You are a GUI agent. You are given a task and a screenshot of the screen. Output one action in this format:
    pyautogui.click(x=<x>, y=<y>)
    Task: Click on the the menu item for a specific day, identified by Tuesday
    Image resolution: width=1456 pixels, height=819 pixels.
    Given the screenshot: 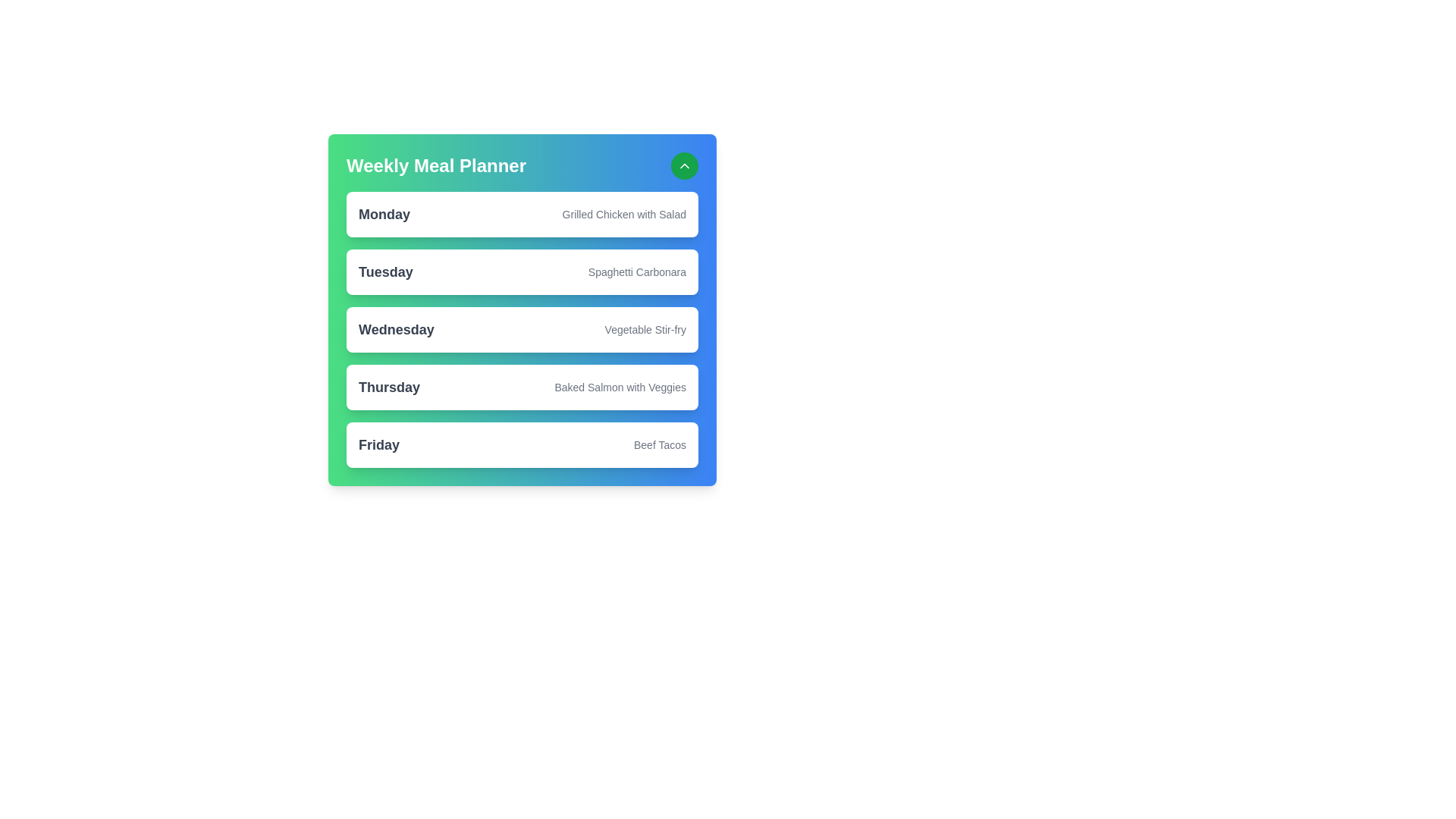 What is the action you would take?
    pyautogui.click(x=385, y=271)
    